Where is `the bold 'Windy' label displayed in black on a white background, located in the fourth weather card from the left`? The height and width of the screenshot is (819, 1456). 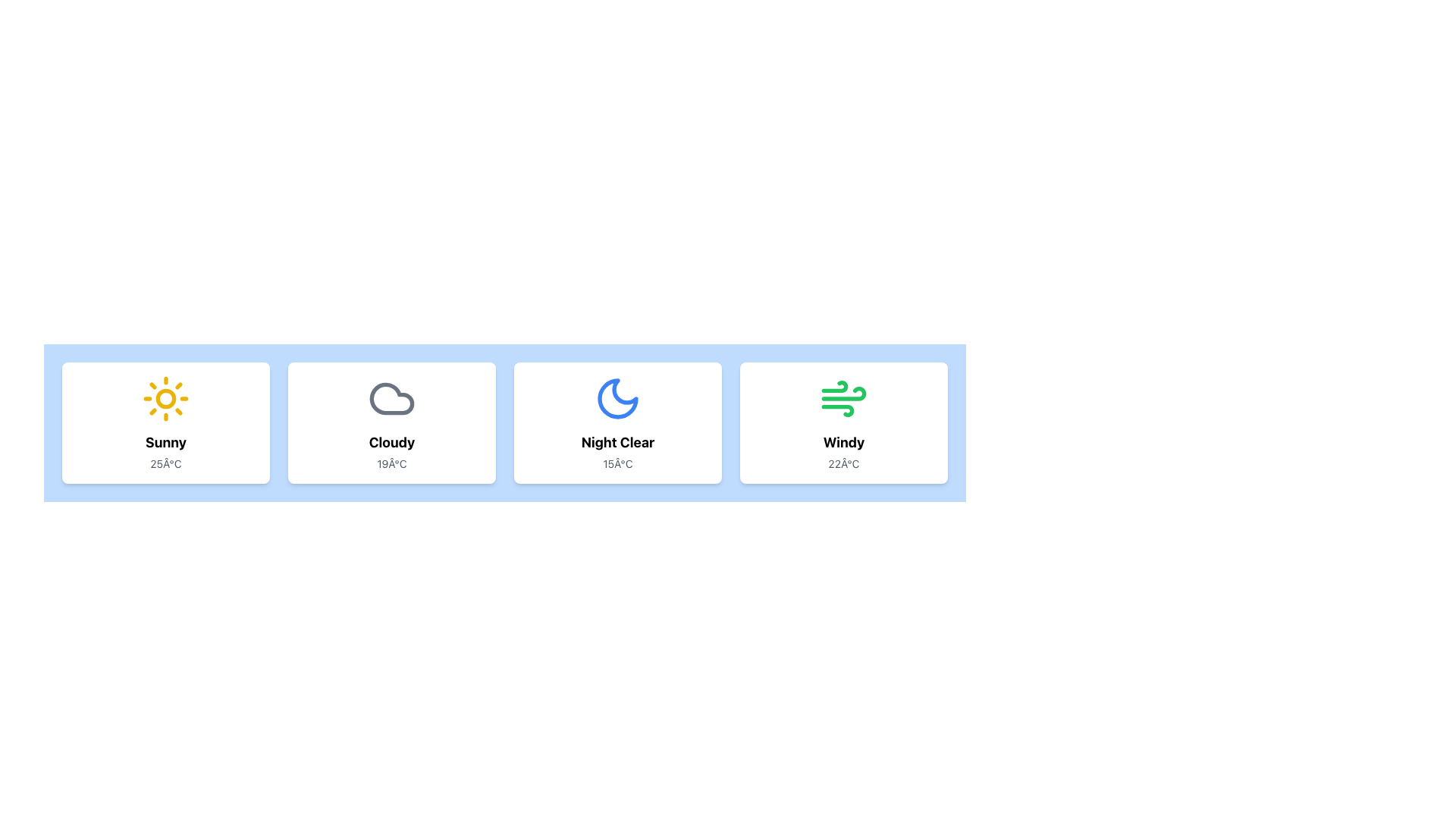 the bold 'Windy' label displayed in black on a white background, located in the fourth weather card from the left is located at coordinates (843, 442).